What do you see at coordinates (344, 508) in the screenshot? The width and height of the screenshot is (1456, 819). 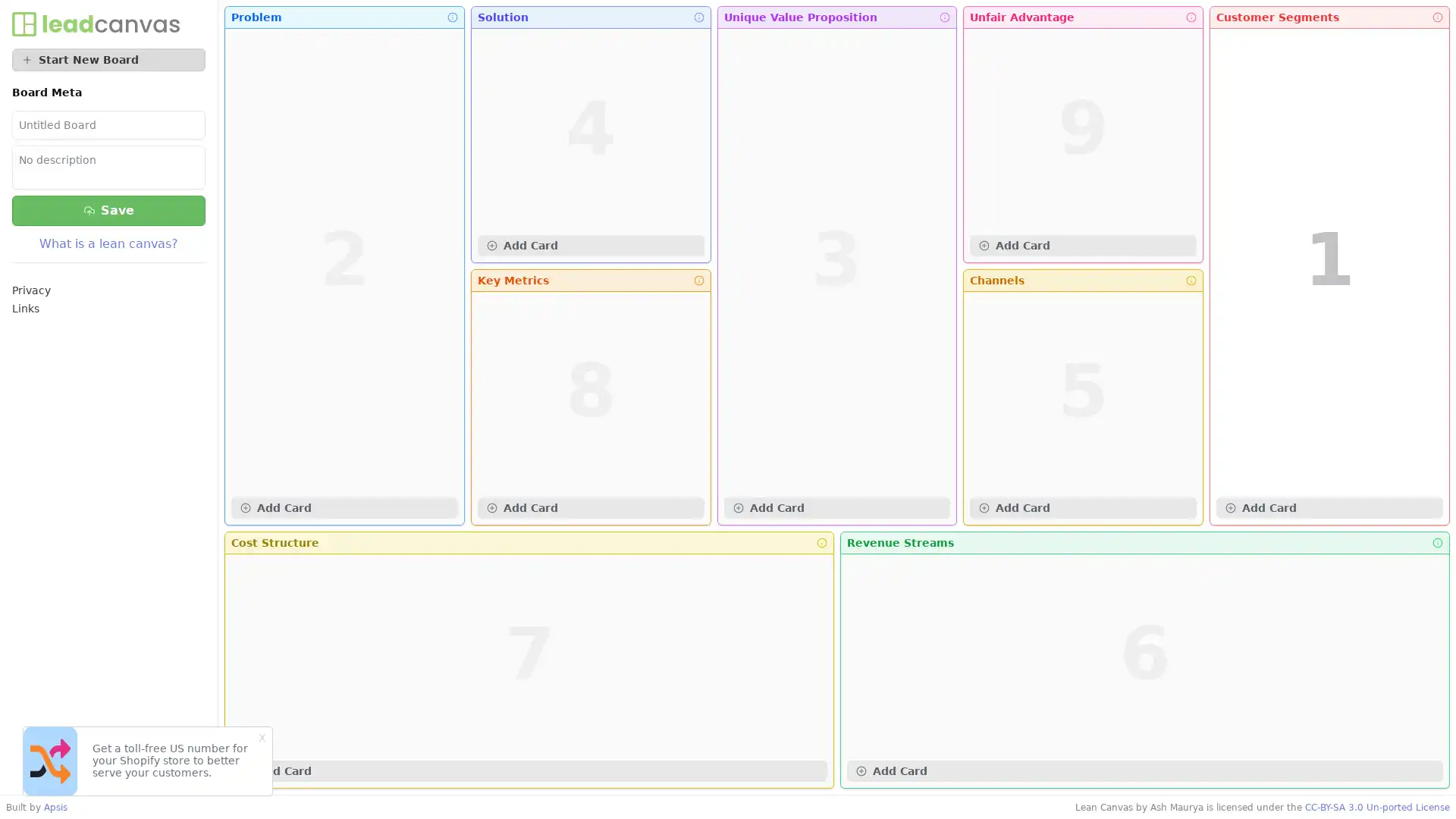 I see `Add Card` at bounding box center [344, 508].